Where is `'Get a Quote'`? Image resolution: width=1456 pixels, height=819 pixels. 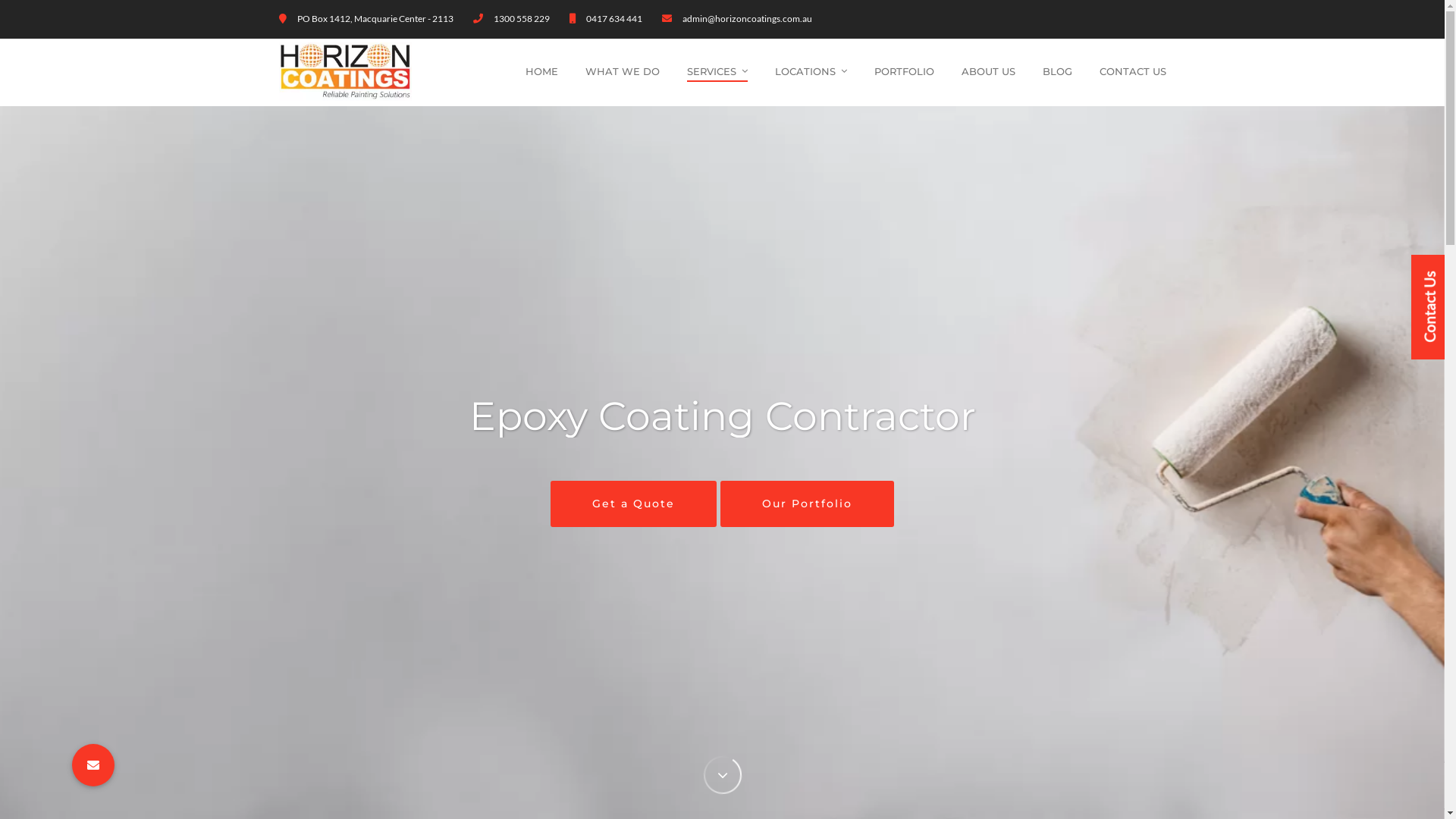
'Get a Quote' is located at coordinates (633, 503).